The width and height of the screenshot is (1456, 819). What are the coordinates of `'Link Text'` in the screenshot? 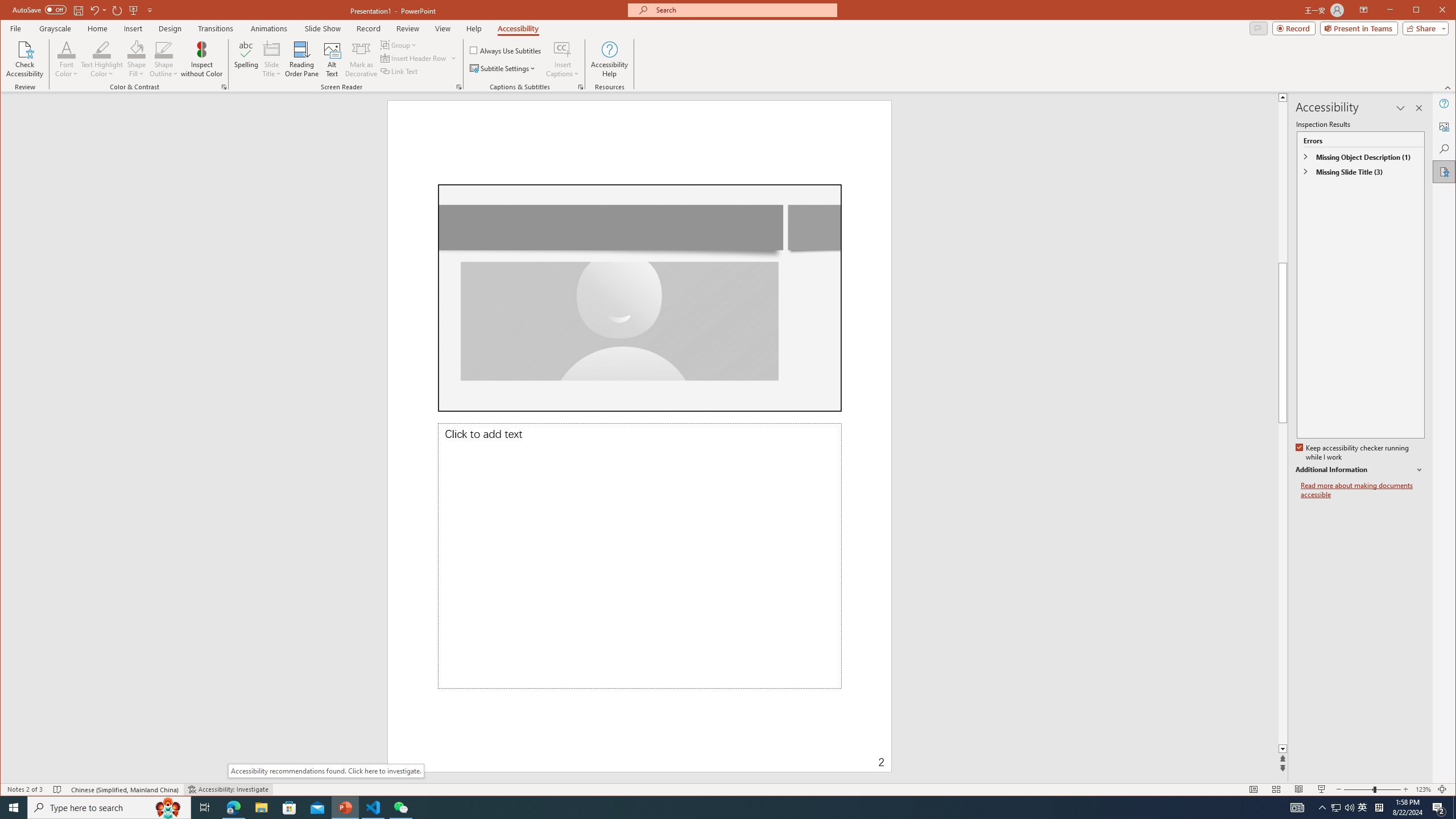 It's located at (399, 71).